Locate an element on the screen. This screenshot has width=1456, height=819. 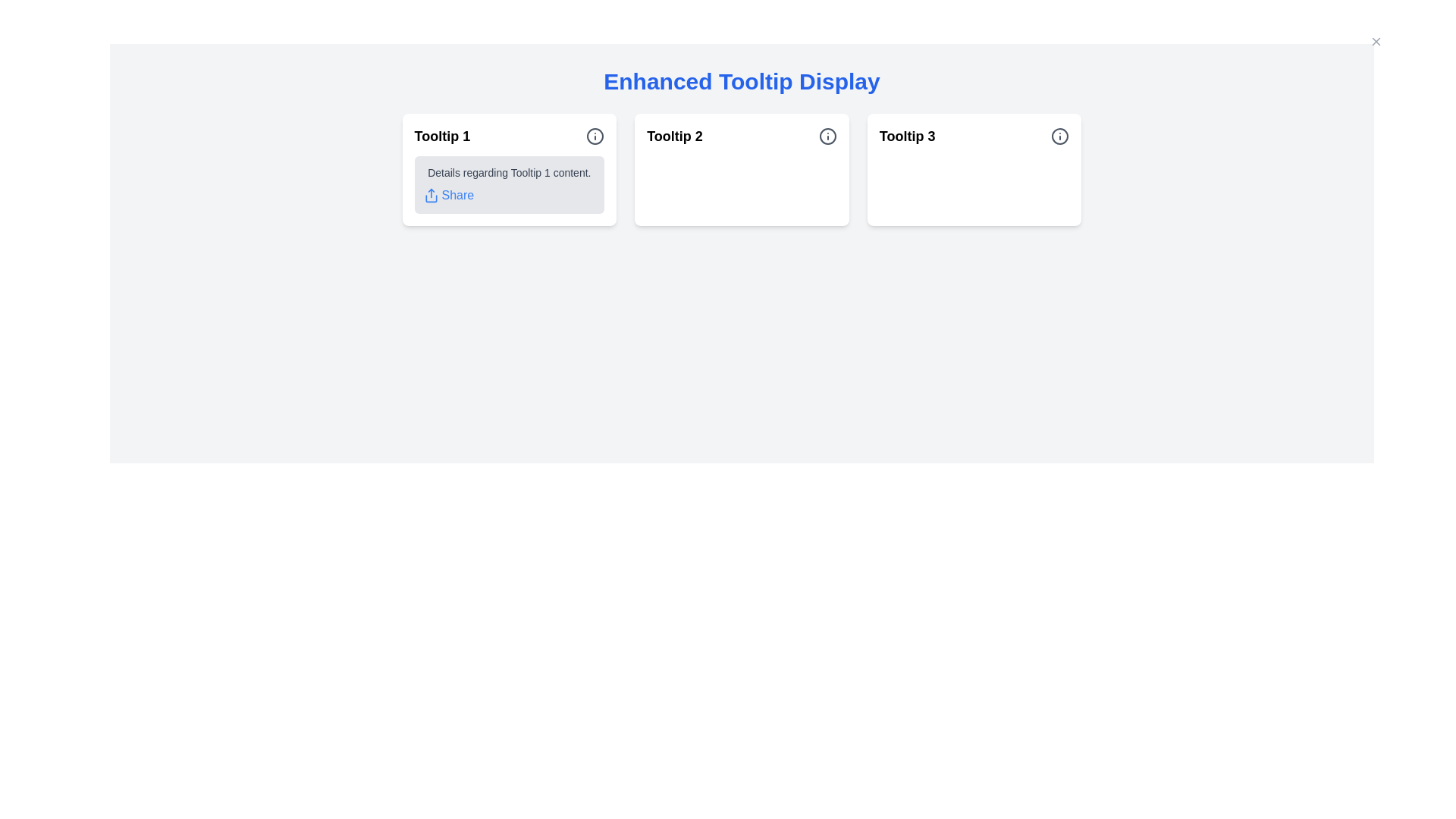
the circular information icon button located at the top-right corner of the 'Tooltip 2' card is located at coordinates (827, 136).